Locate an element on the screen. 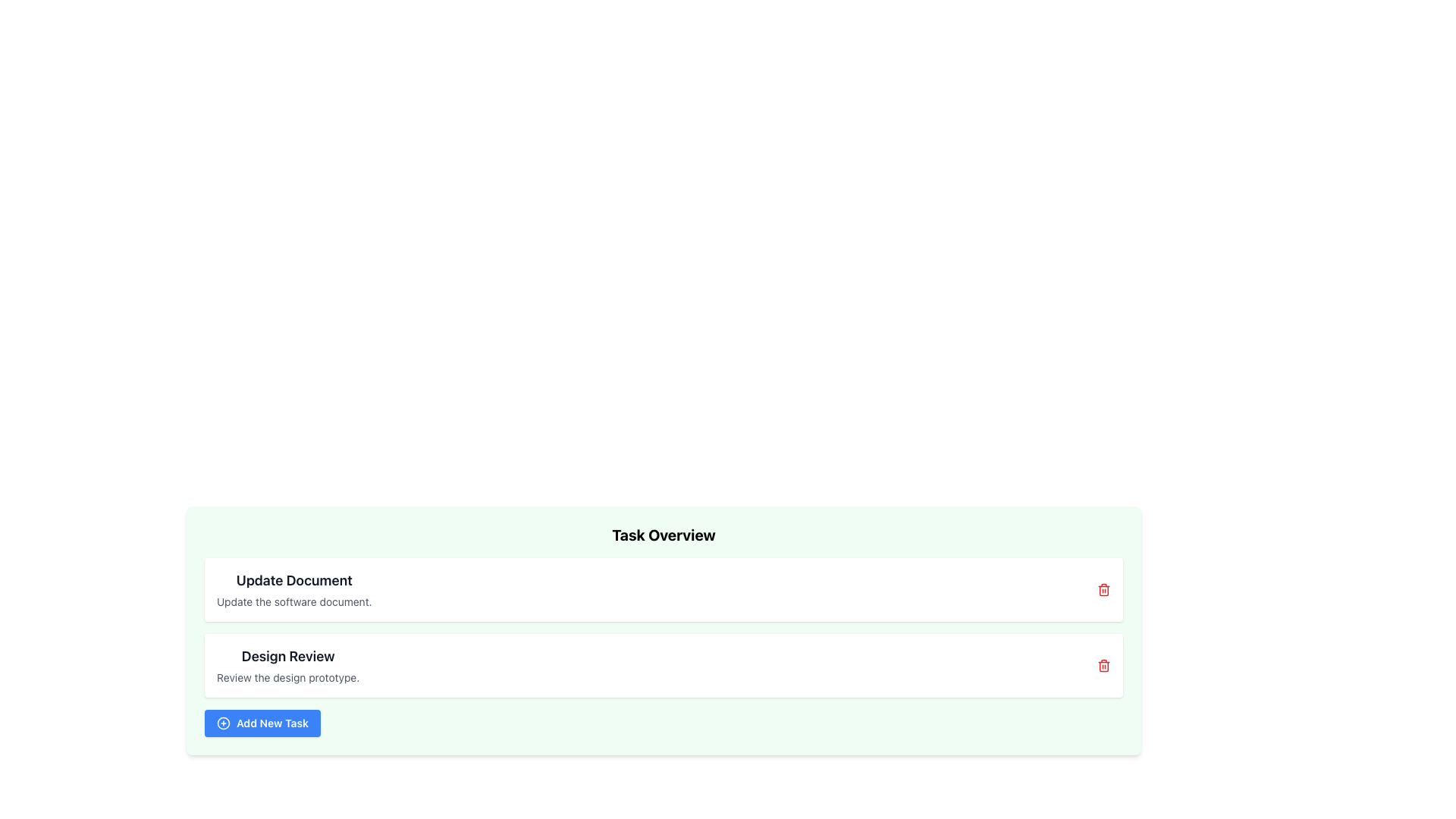 This screenshot has width=1456, height=819. the 'Add New Task' button by clicking on its center, which is located at the bottom-left corner of the task overview section is located at coordinates (222, 722).